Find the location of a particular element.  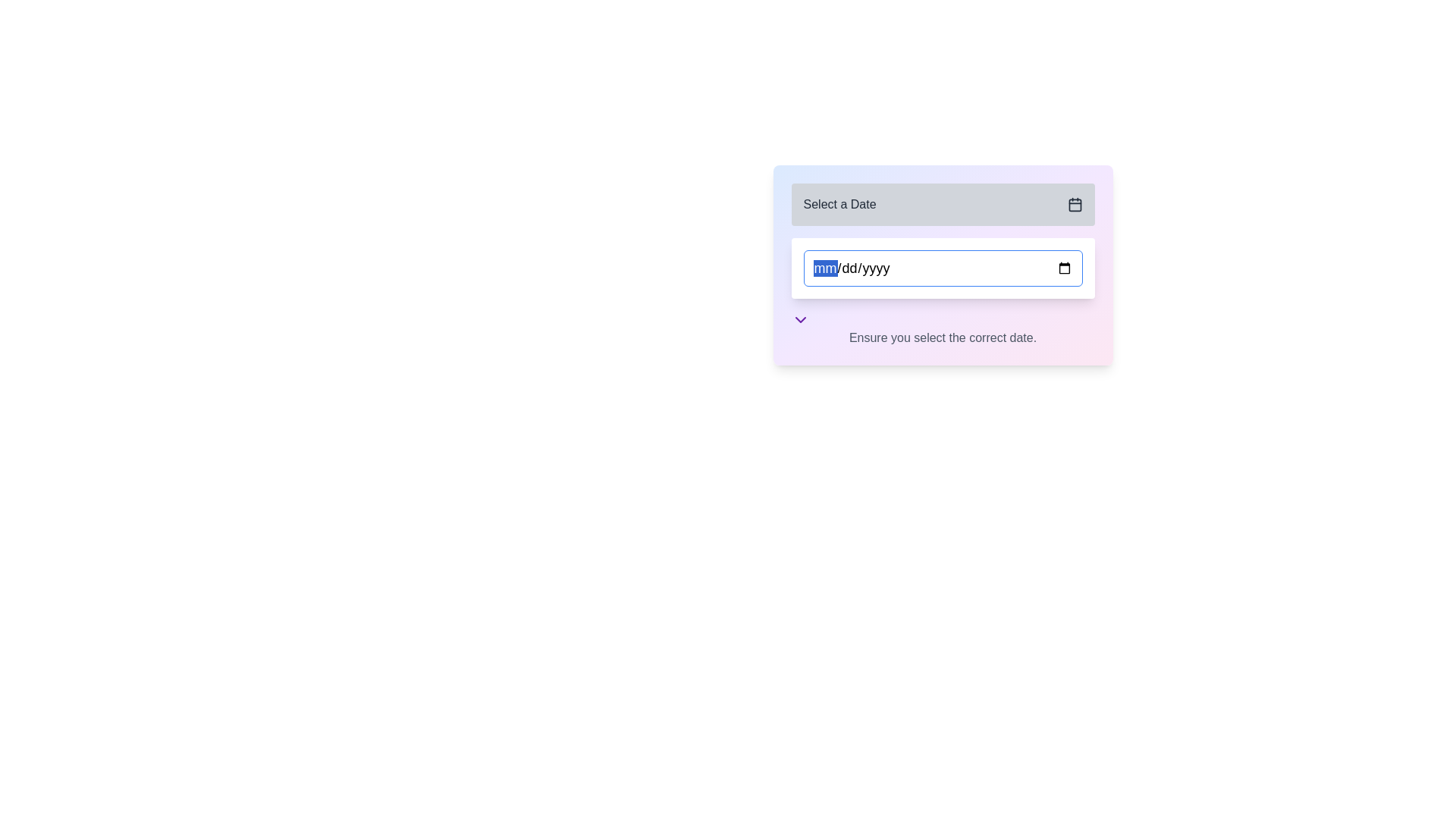

the calendar icon located at the far right end of the gray header bar labeled 'Select a Date' is located at coordinates (1074, 205).